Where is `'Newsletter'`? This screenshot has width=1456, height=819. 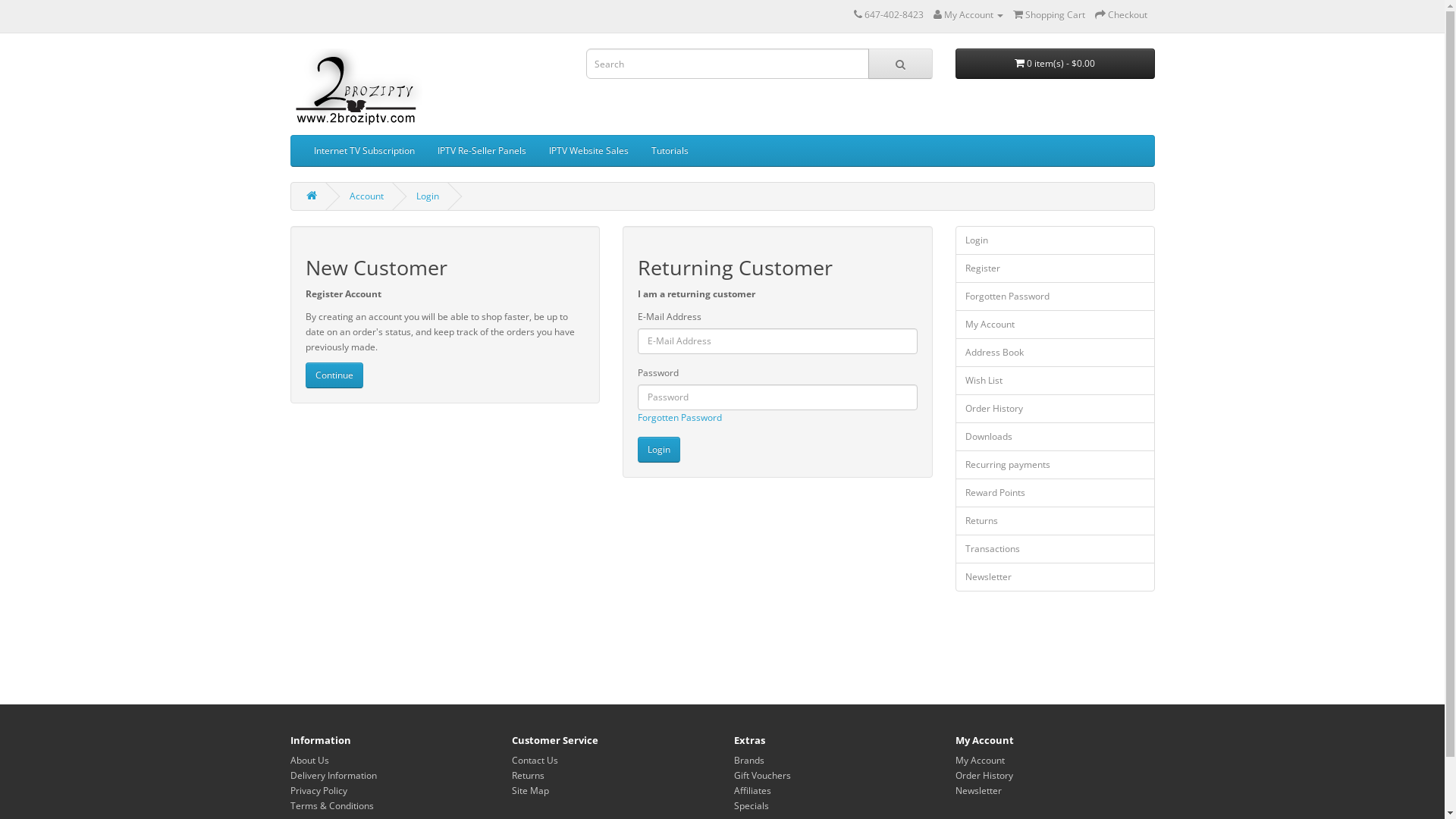
'Newsletter' is located at coordinates (954, 789).